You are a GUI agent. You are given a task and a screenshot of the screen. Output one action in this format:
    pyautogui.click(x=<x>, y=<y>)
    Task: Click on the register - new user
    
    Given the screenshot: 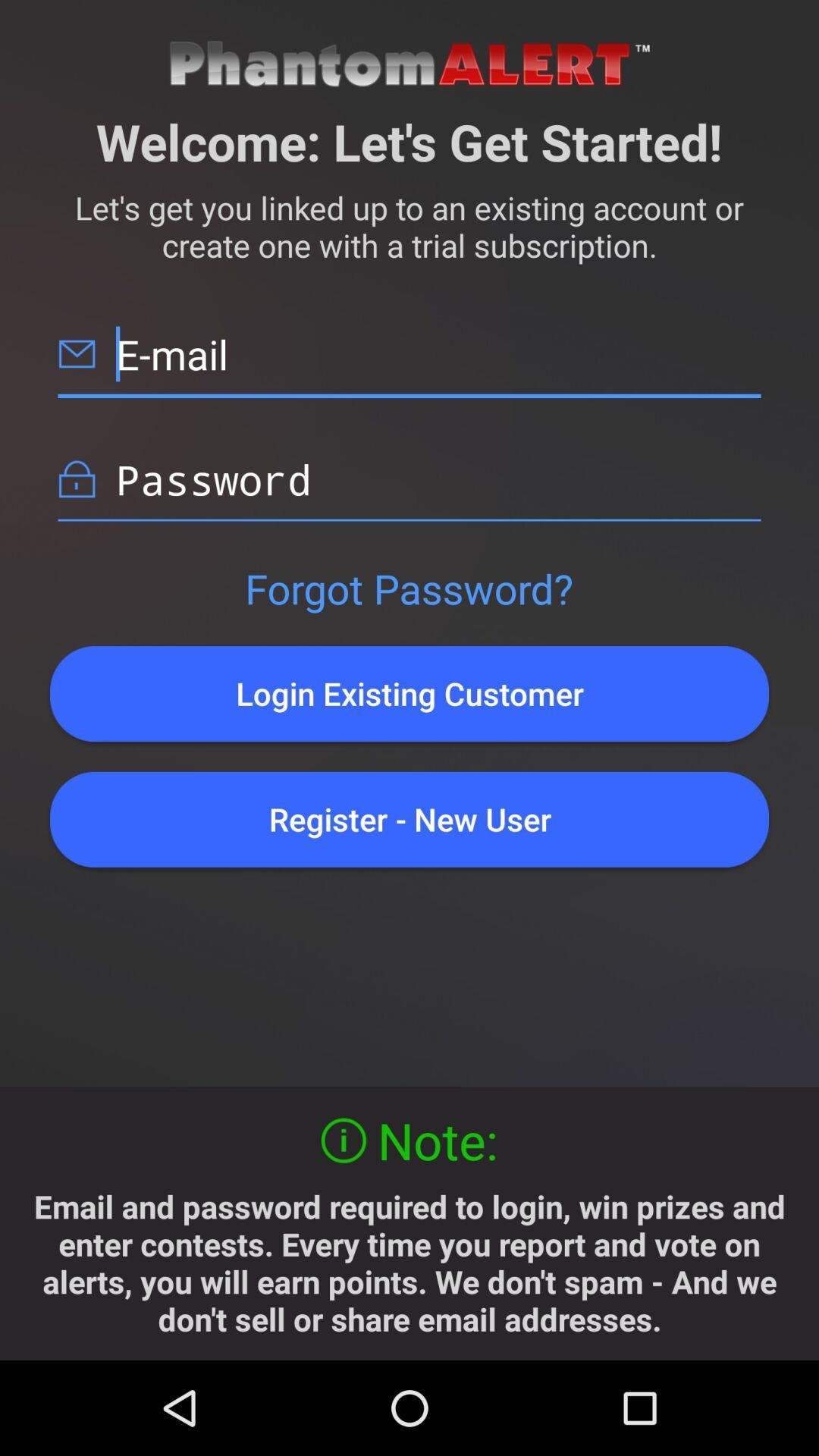 What is the action you would take?
    pyautogui.click(x=409, y=818)
    